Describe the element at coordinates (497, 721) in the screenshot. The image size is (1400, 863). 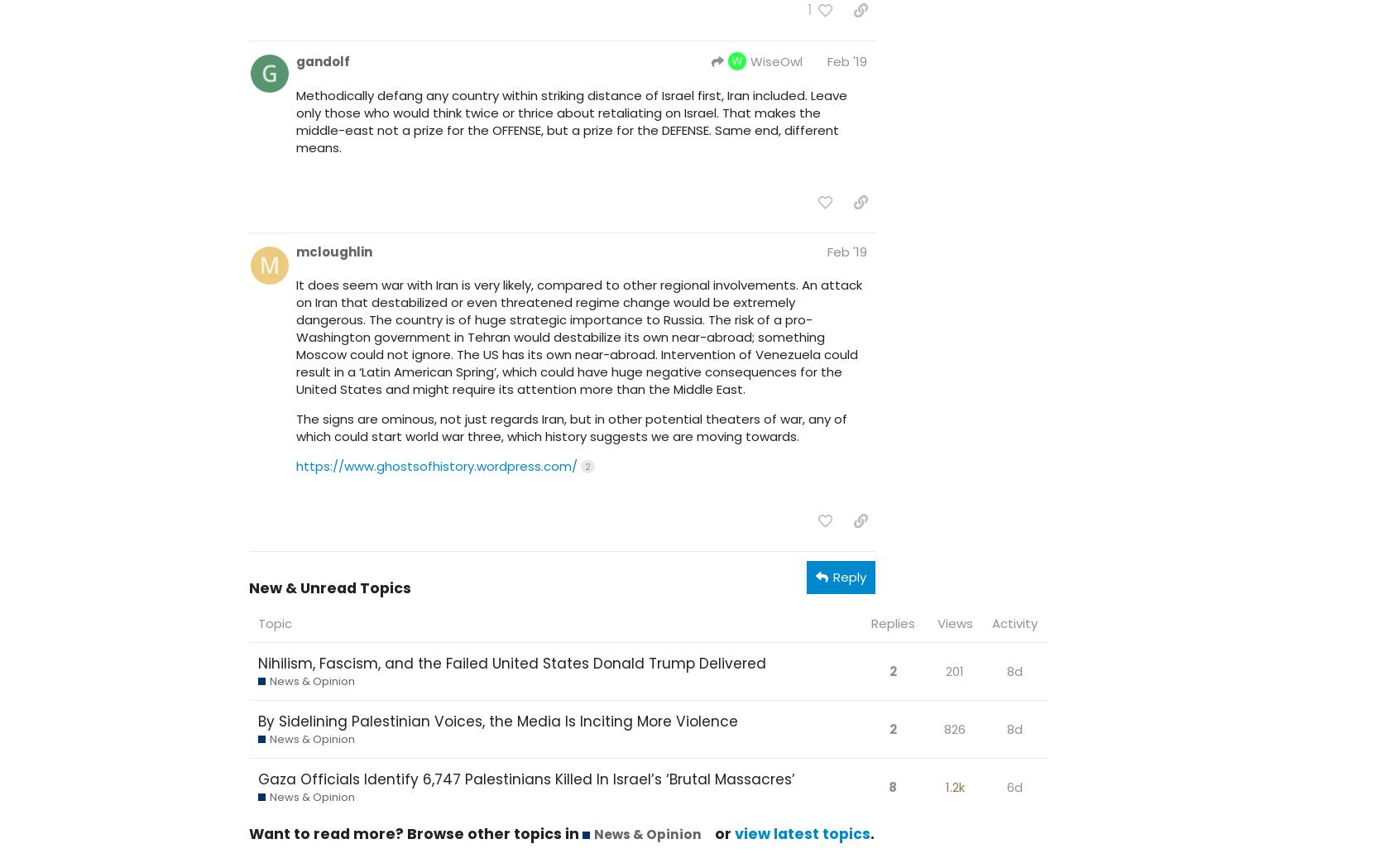
I see `'By Sidelining Palestinian Voices, the Media Is Inciting More Violence'` at that location.